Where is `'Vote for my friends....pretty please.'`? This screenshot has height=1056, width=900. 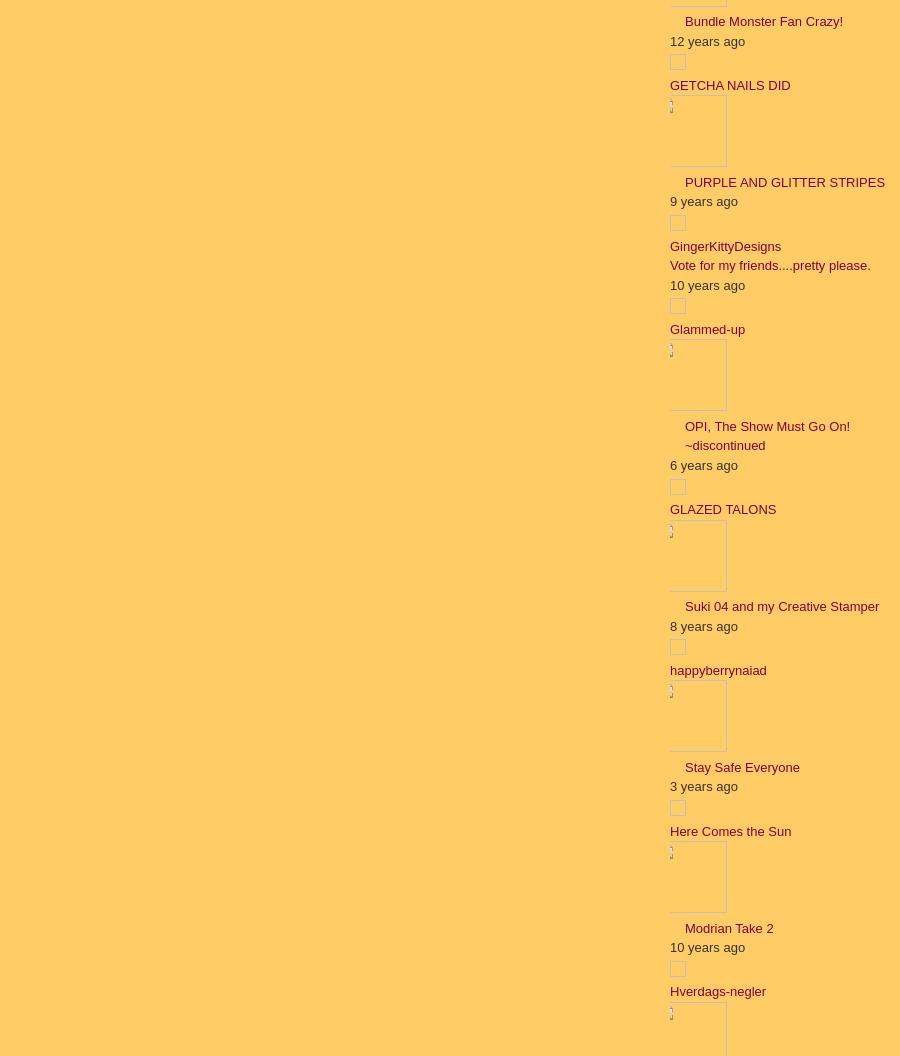
'Vote for my friends....pretty please.' is located at coordinates (769, 265).